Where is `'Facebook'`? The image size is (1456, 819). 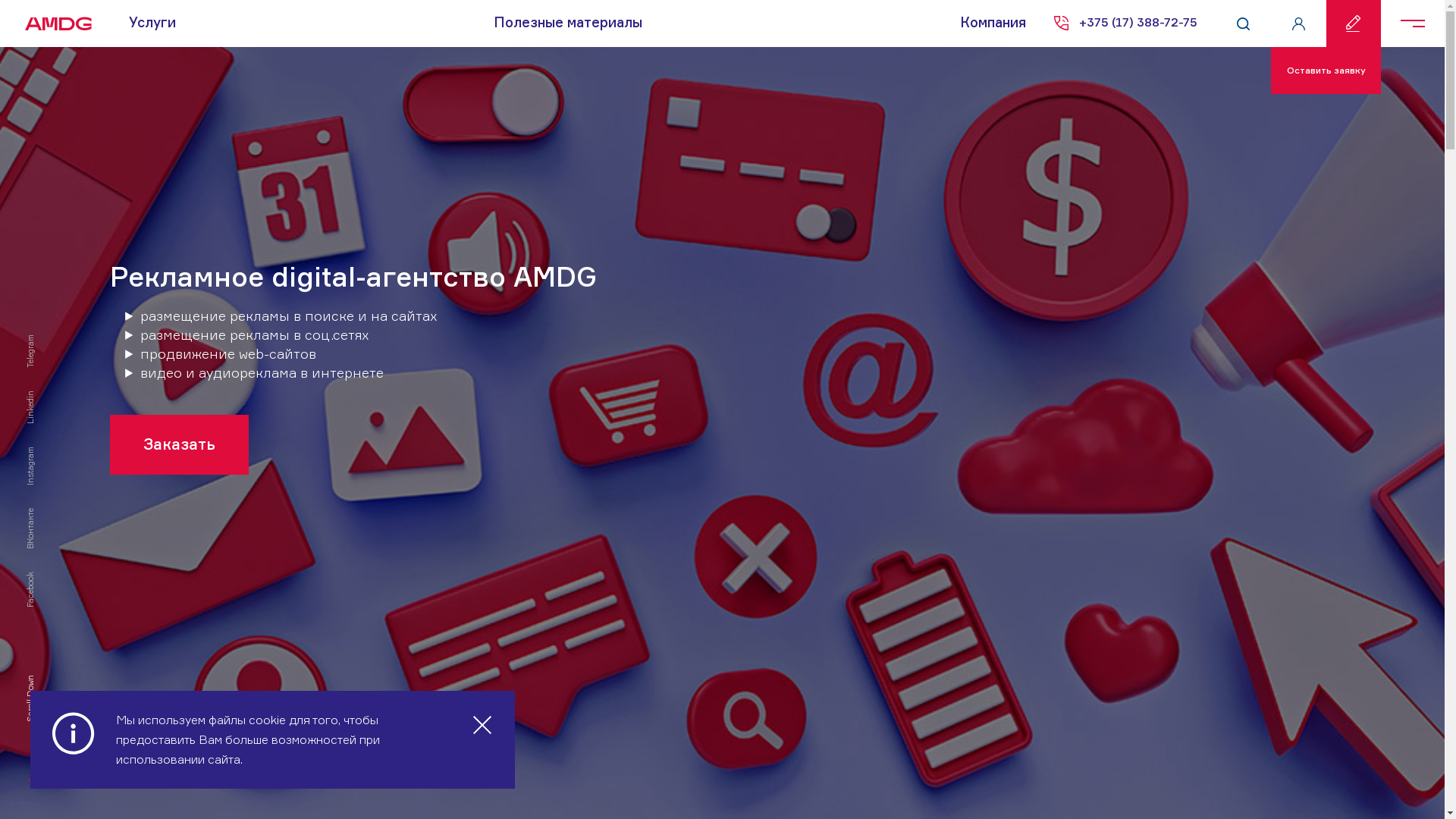 'Facebook' is located at coordinates (42, 576).